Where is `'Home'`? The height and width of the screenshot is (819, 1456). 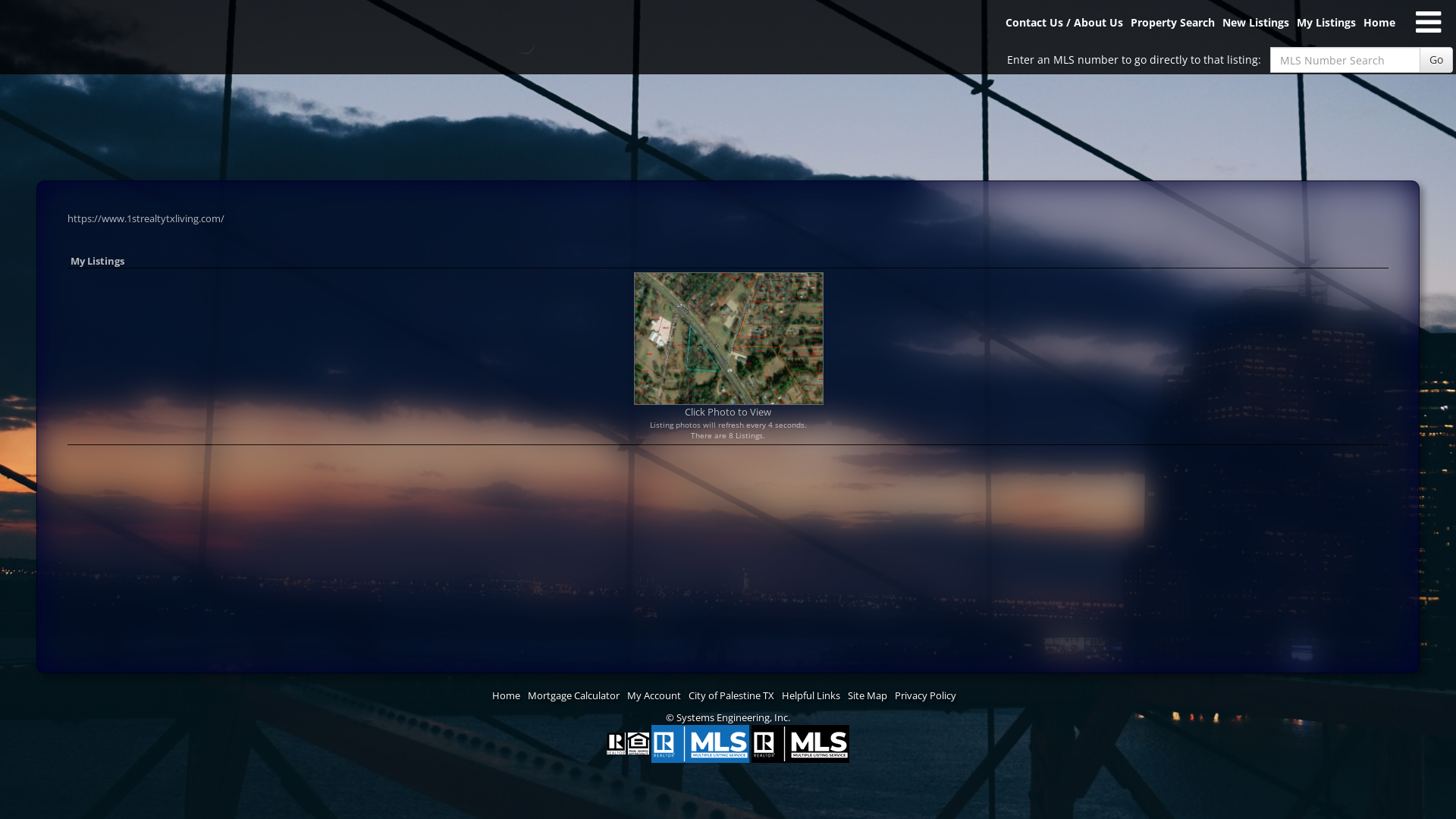
'Home' is located at coordinates (506, 695).